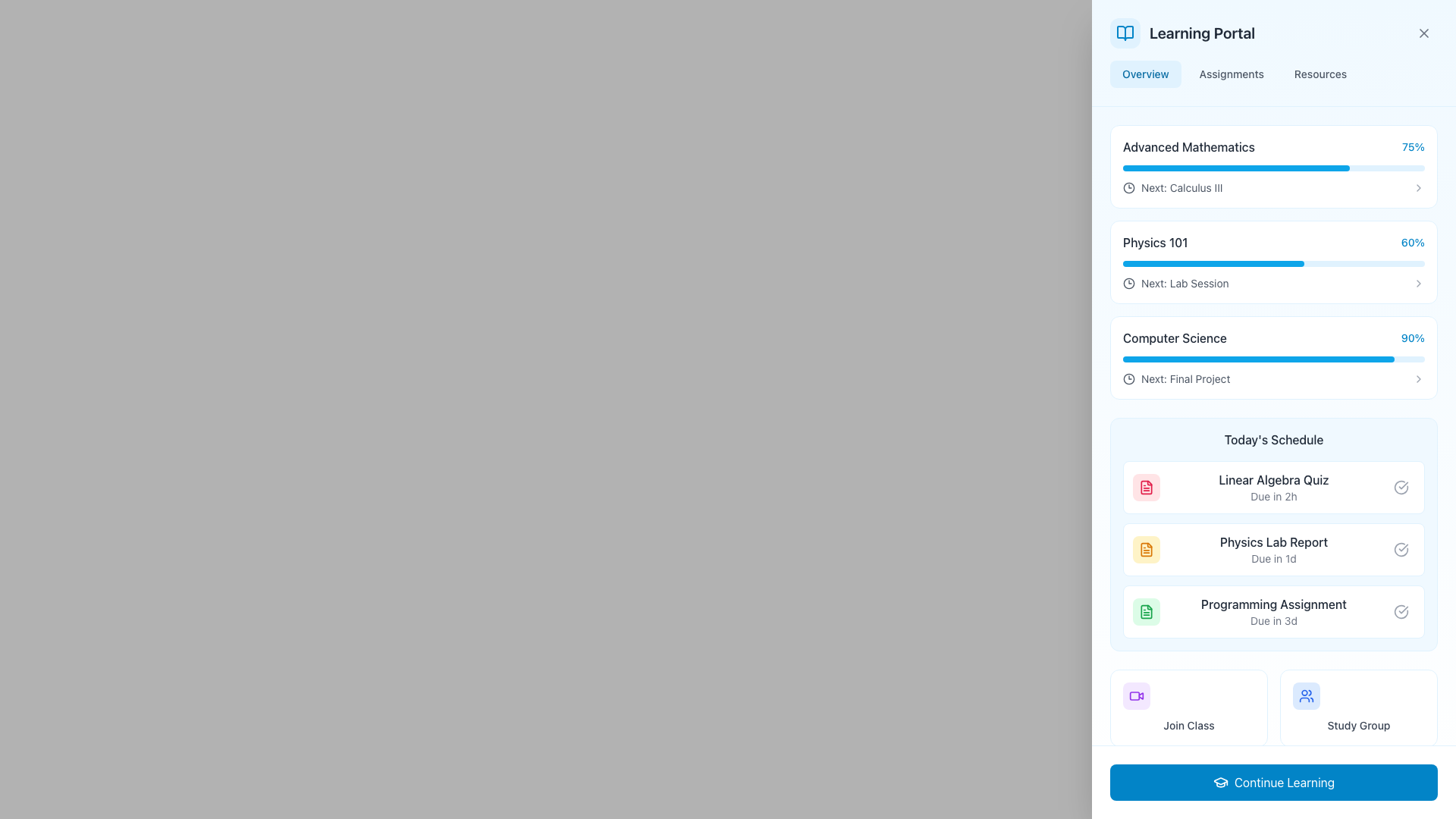 The image size is (1456, 819). I want to click on the progress bar representing 75% completion in the 'Advanced Mathematics' section, so click(1274, 168).